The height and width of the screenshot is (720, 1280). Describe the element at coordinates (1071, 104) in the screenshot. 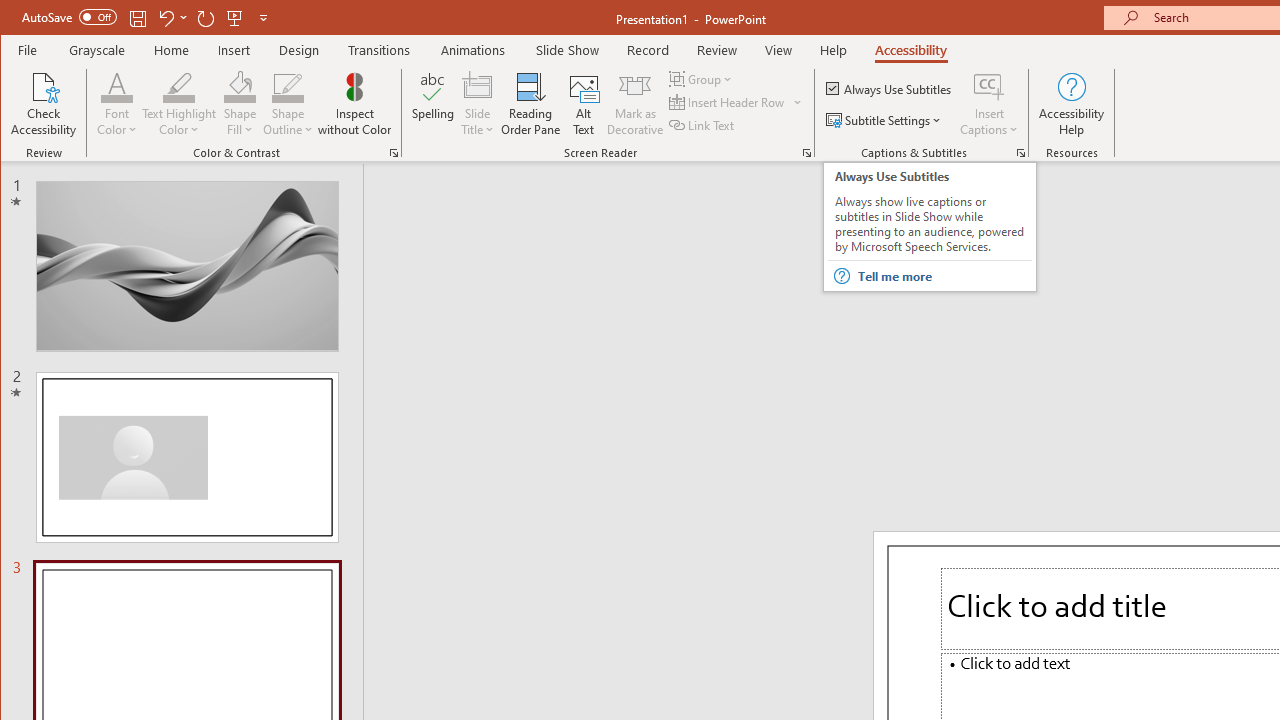

I see `'Accessibility Help'` at that location.